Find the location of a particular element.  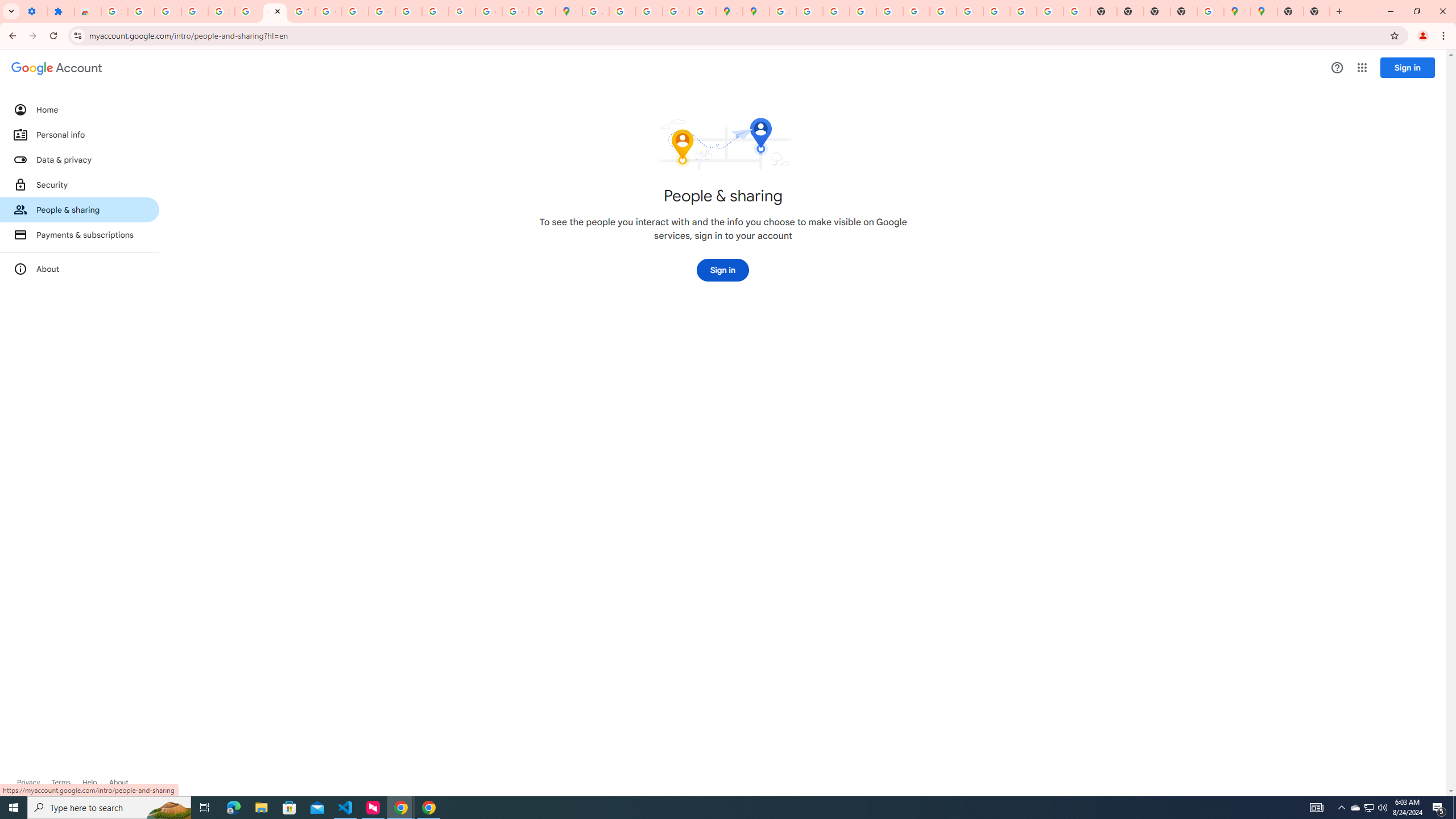

'New Tab' is located at coordinates (1290, 11).